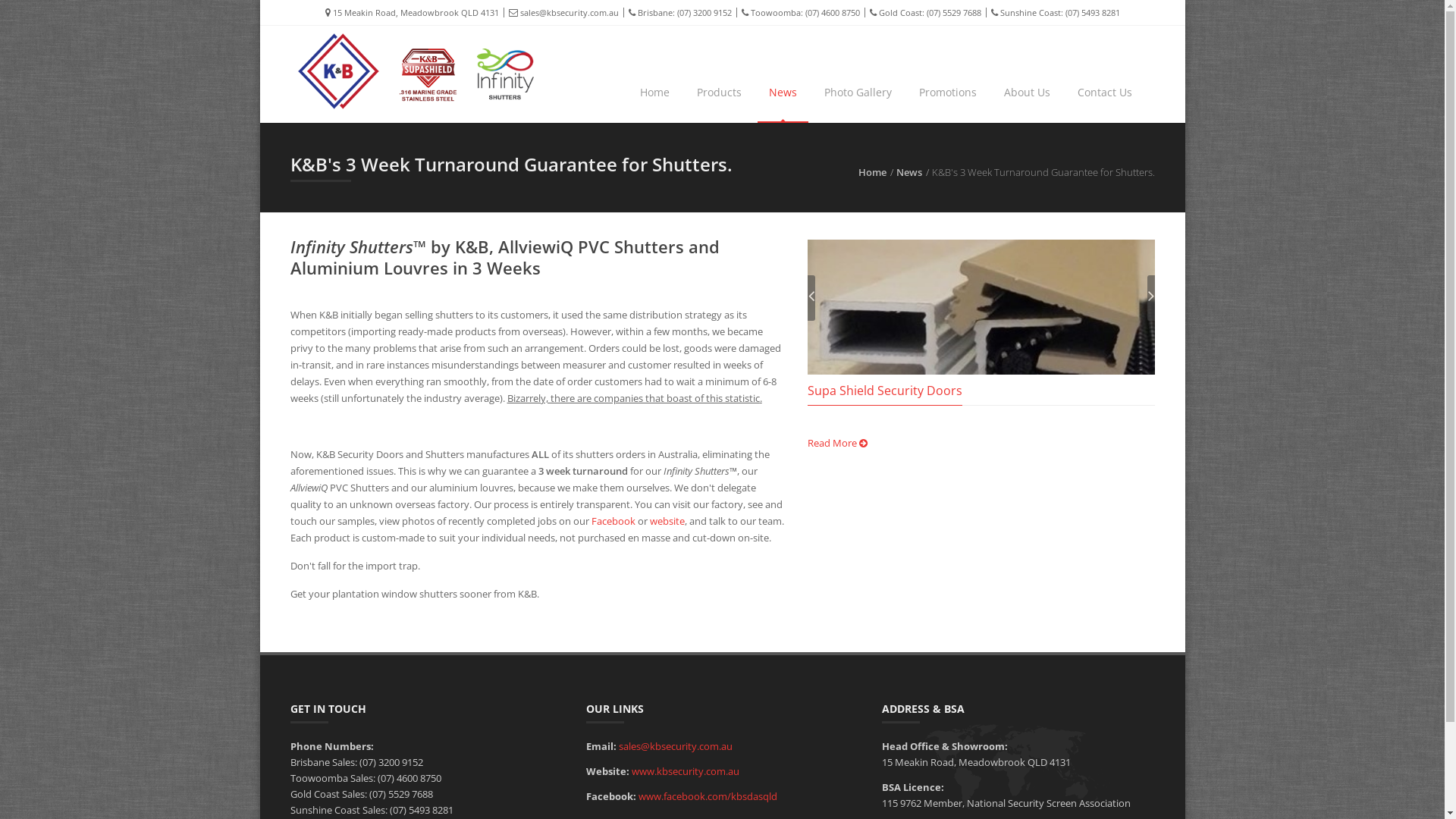 The image size is (1456, 819). Describe the element at coordinates (836, 442) in the screenshot. I see `'Read More'` at that location.